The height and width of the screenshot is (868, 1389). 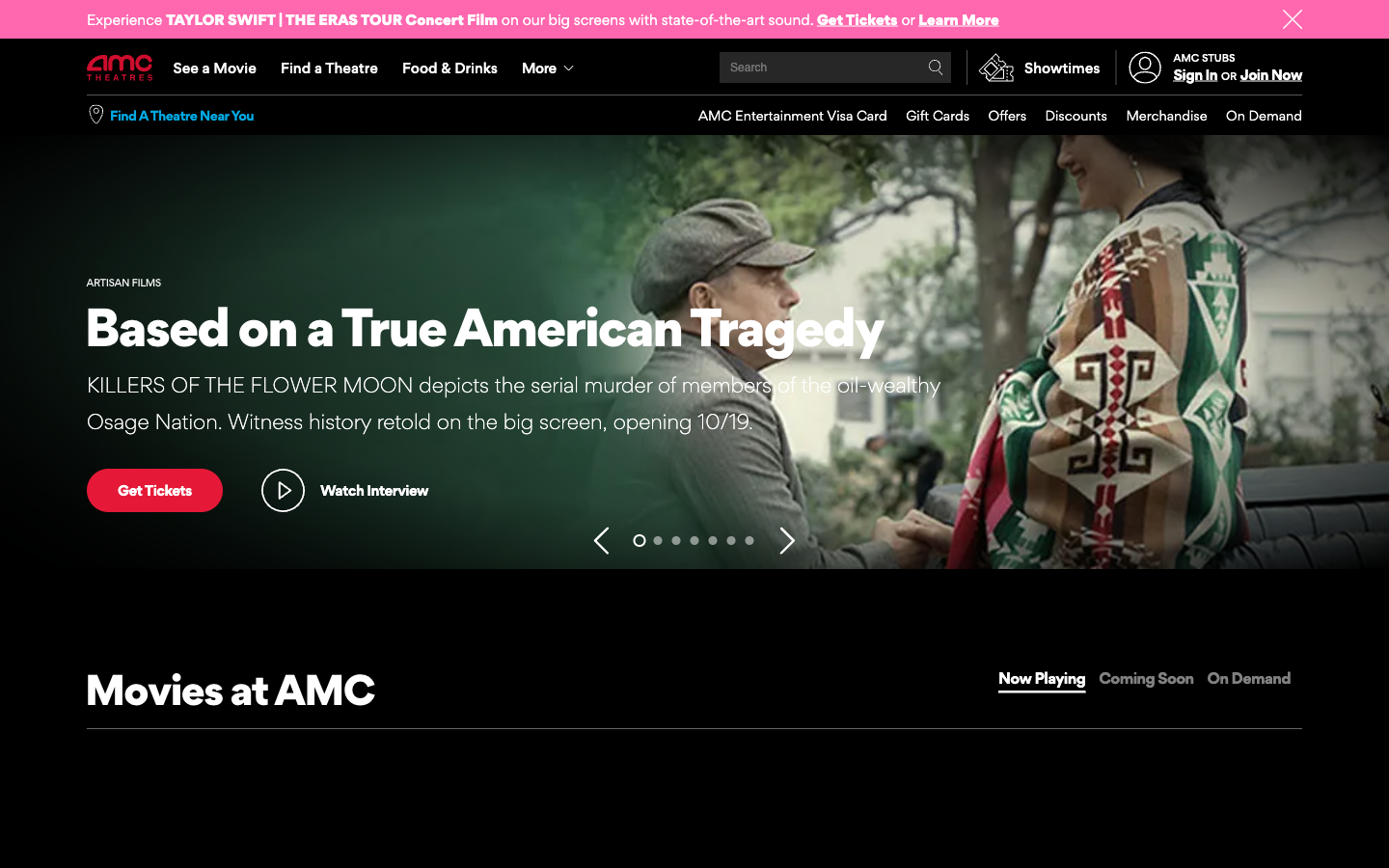 What do you see at coordinates (344, 489) in the screenshot?
I see `video player` at bounding box center [344, 489].